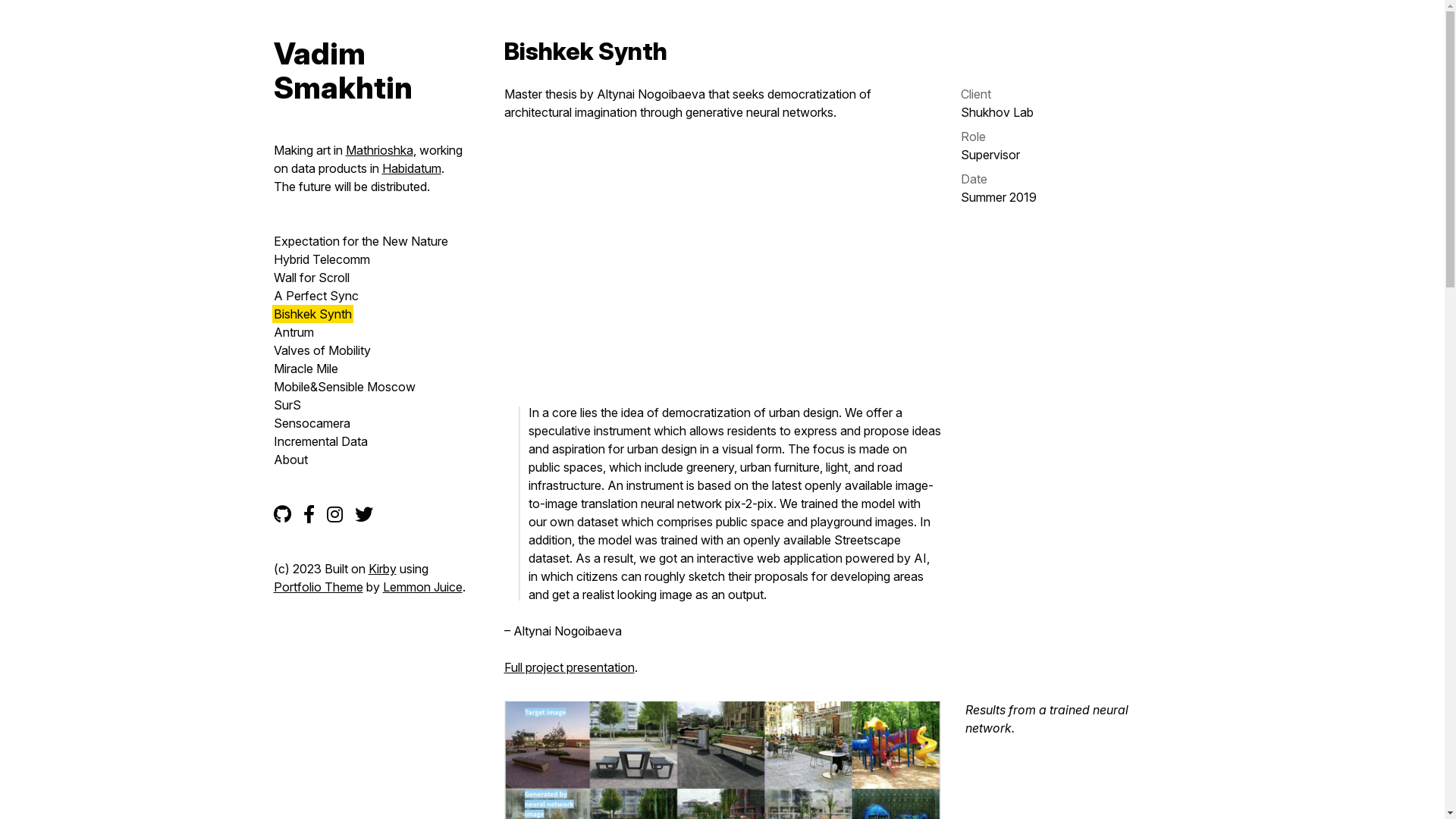 Image resolution: width=1456 pixels, height=819 pixels. What do you see at coordinates (271, 385) in the screenshot?
I see `'Mobile&Sensible Moscow'` at bounding box center [271, 385].